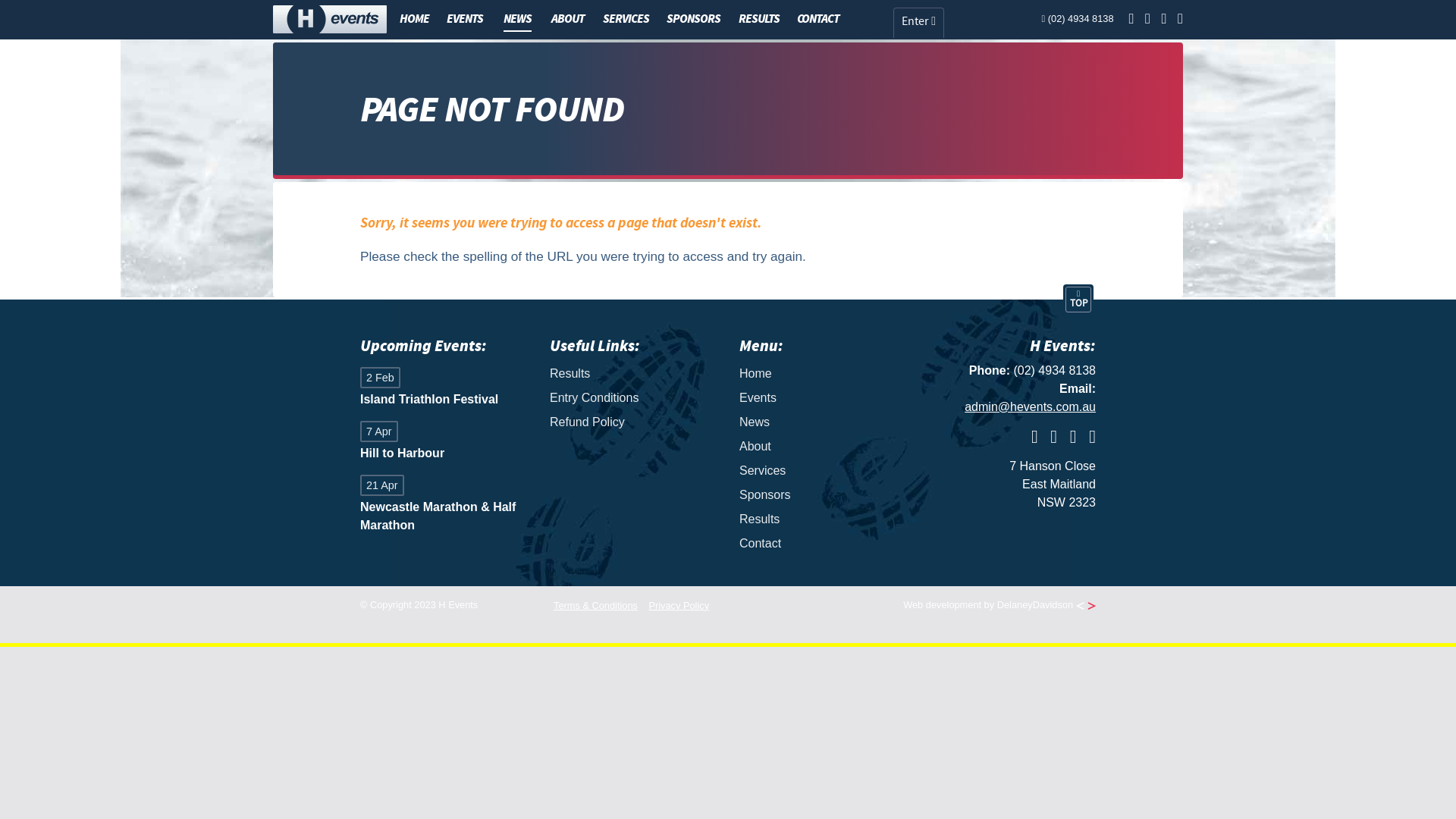 Image resolution: width=1456 pixels, height=819 pixels. I want to click on 'SERVICES', so click(626, 18).